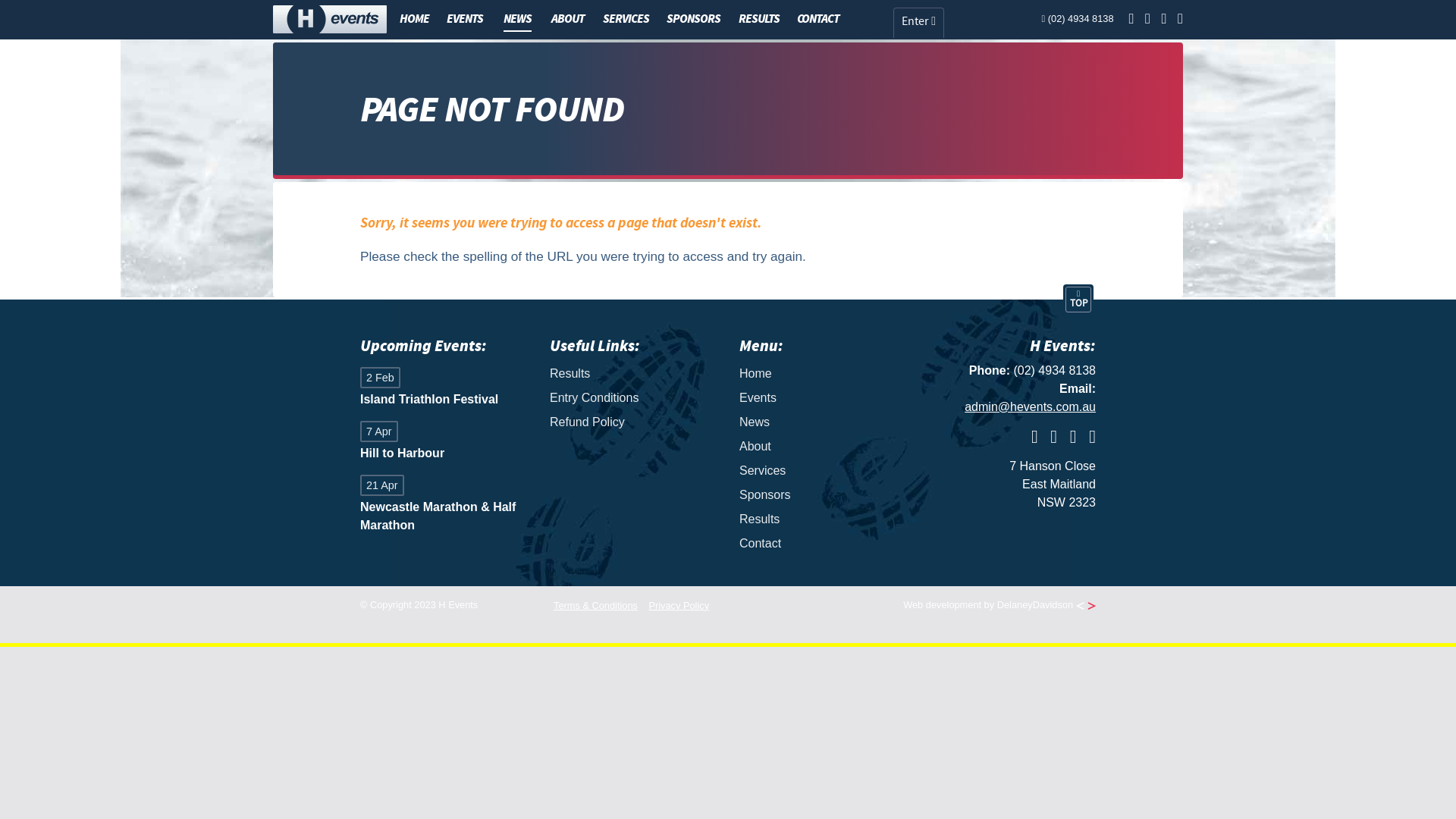 Image resolution: width=1456 pixels, height=819 pixels. I want to click on 'SERVICES', so click(626, 18).